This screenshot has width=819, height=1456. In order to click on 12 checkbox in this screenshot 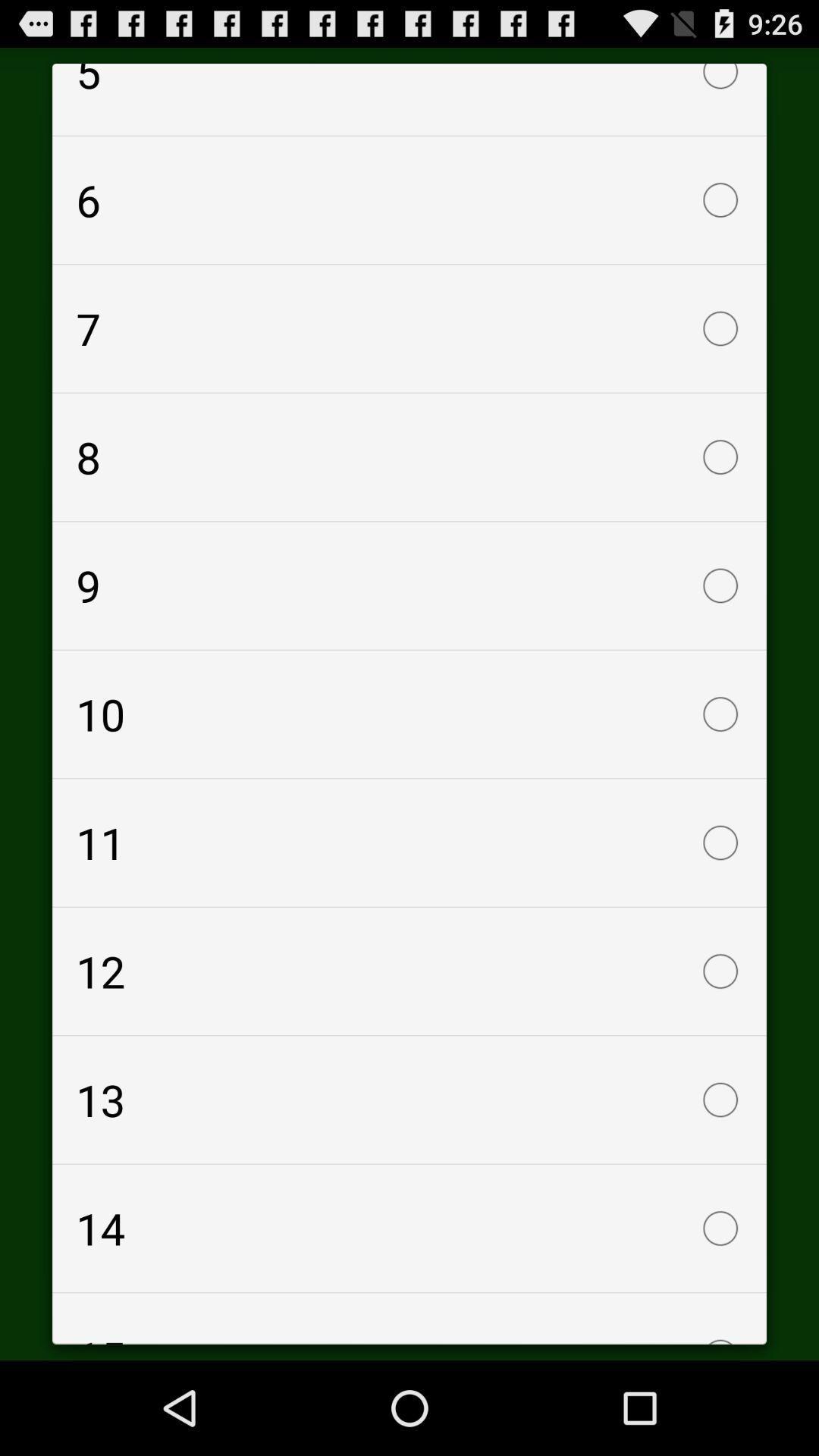, I will do `click(409, 971)`.